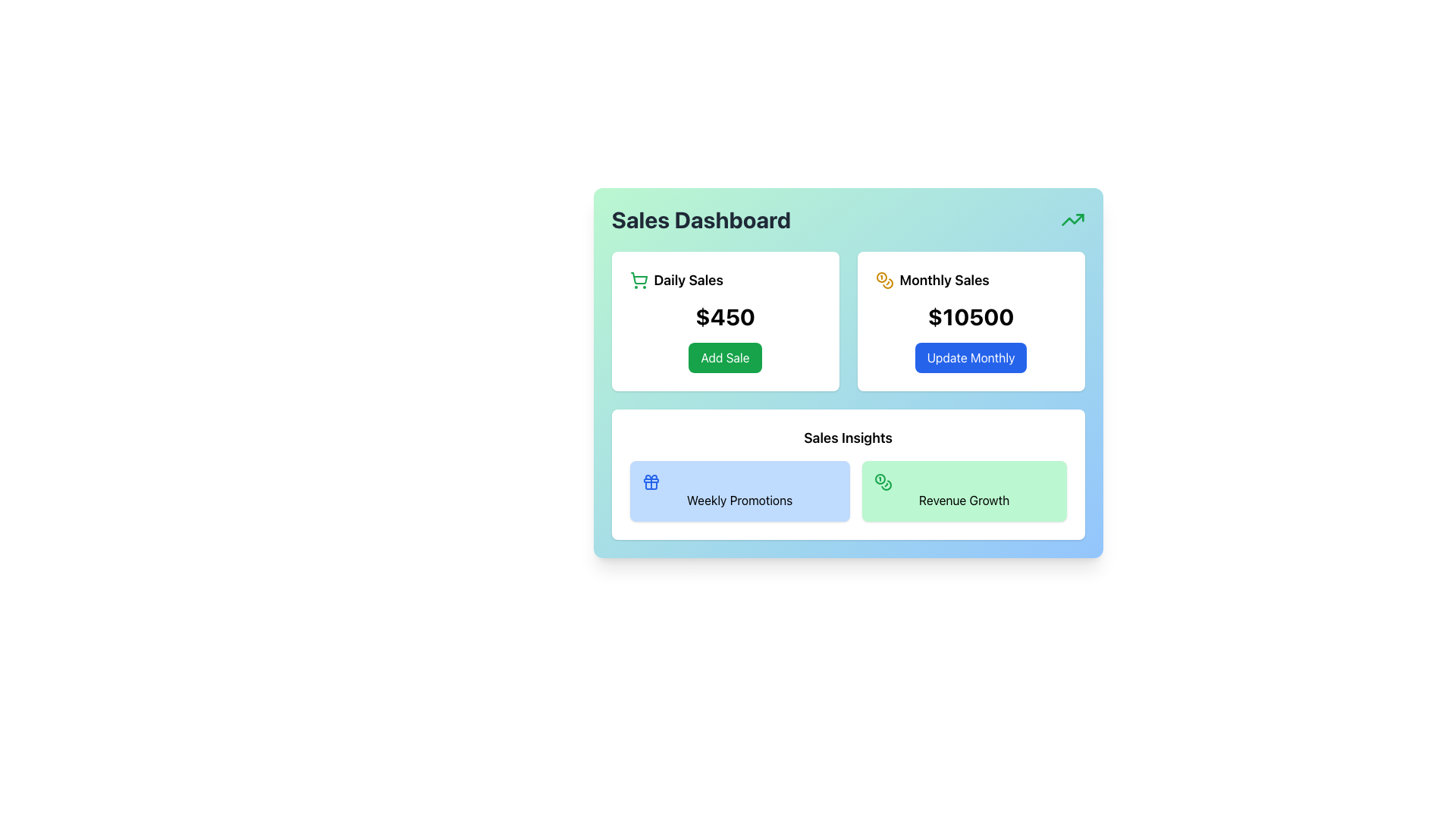 This screenshot has height=819, width=1456. What do you see at coordinates (651, 480) in the screenshot?
I see `the rectangle component of the gift icon located in the 'Weekly Promotions' card under 'Sales Insights' on the dashboard` at bounding box center [651, 480].